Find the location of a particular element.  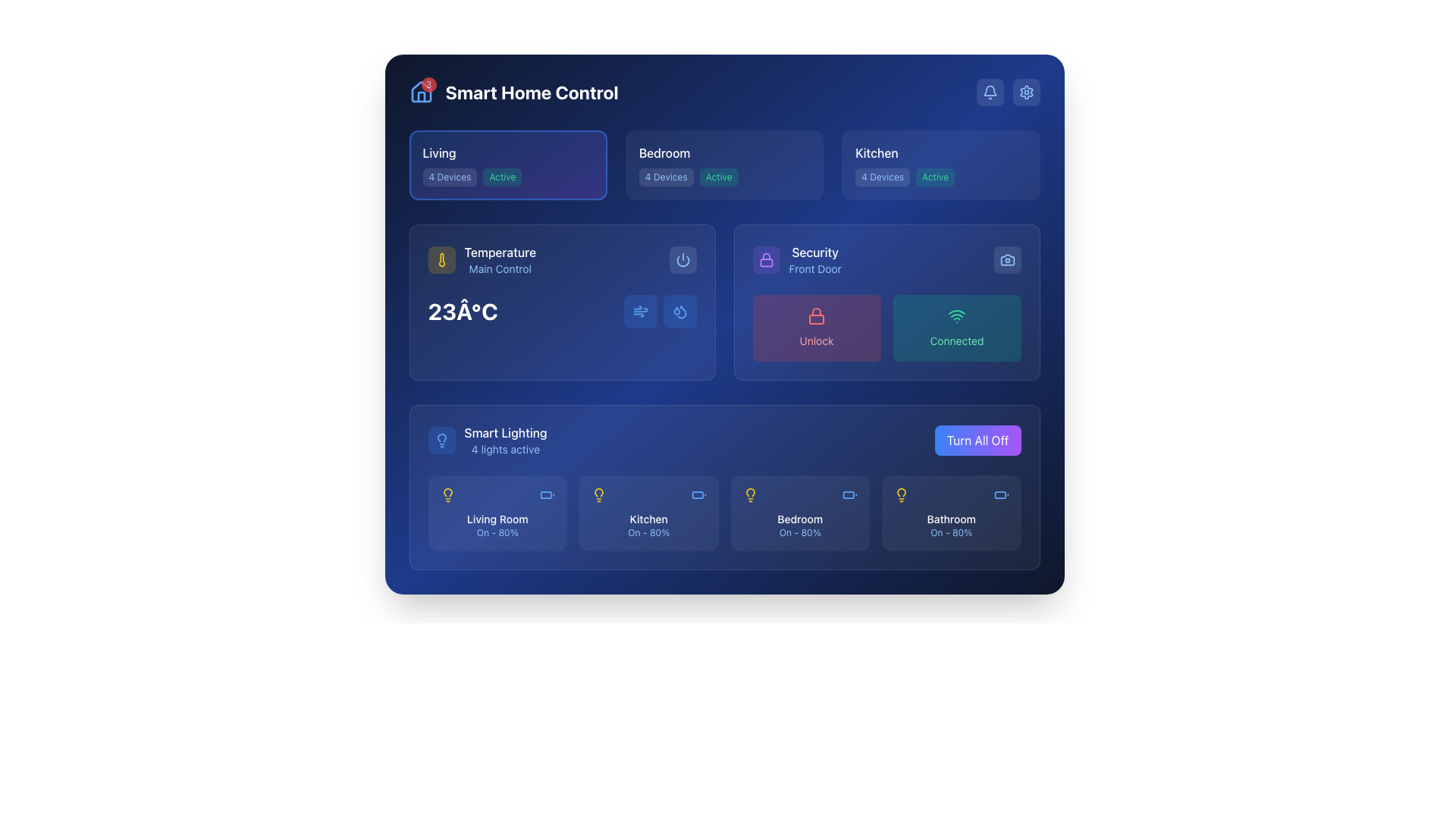

details of the Informational label with status indicators, which includes the texts '4 Devices' in light blue and 'Active' in green, located under the heading 'Bedroom' is located at coordinates (723, 177).